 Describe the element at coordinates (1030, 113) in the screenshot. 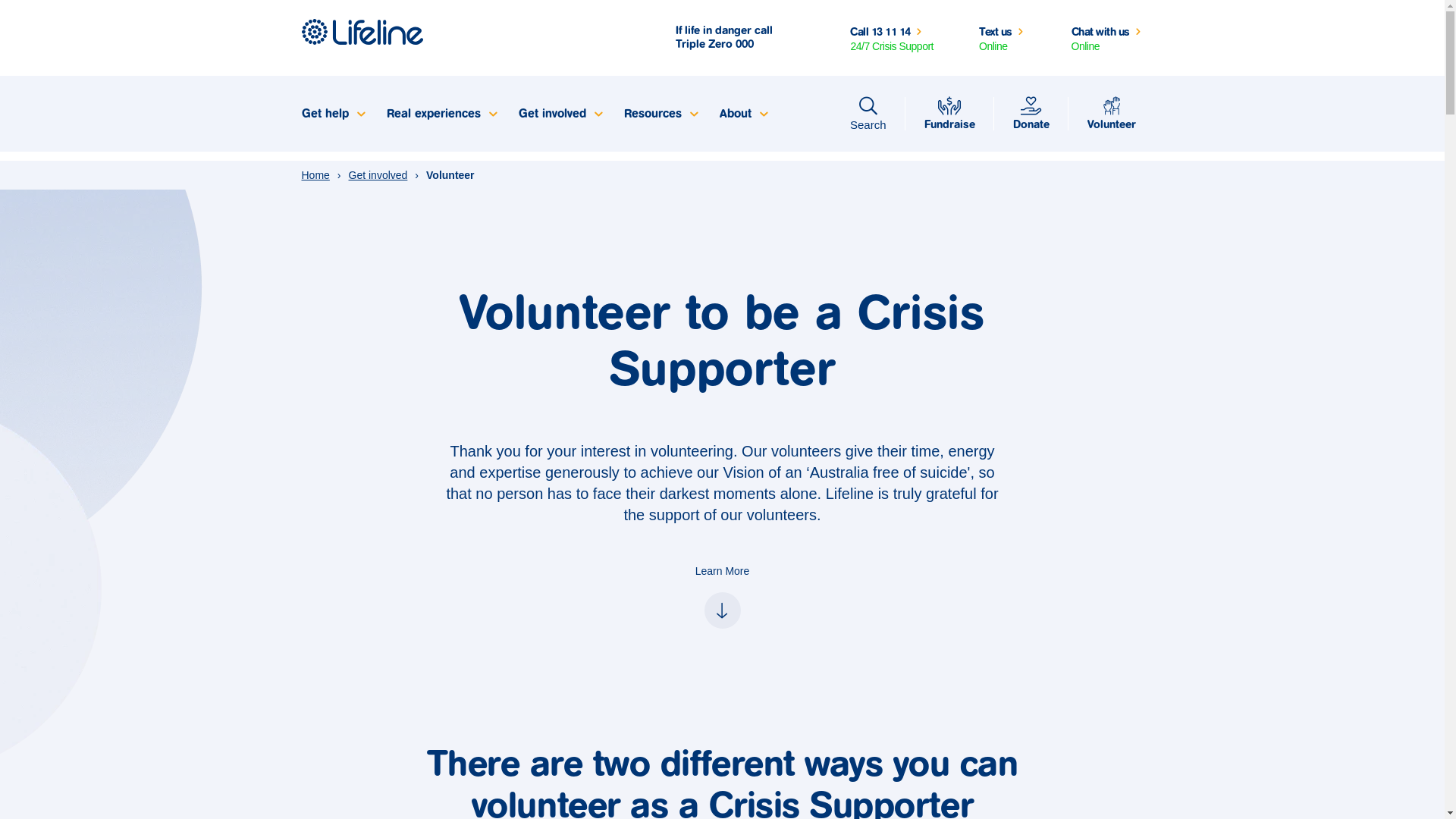

I see `'Donate'` at that location.